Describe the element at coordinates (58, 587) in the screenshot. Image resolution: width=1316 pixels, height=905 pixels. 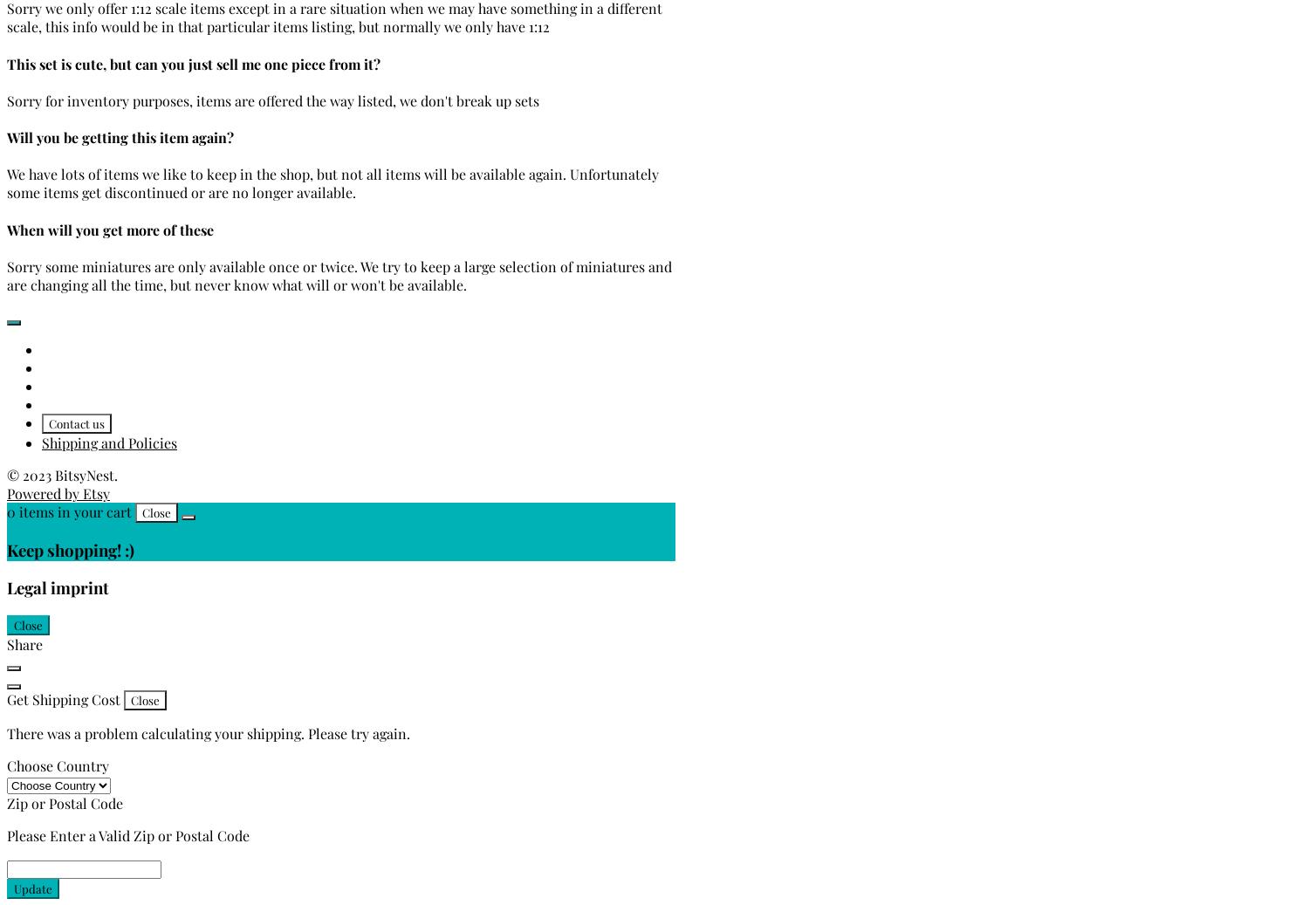
I see `'Legal imprint'` at that location.